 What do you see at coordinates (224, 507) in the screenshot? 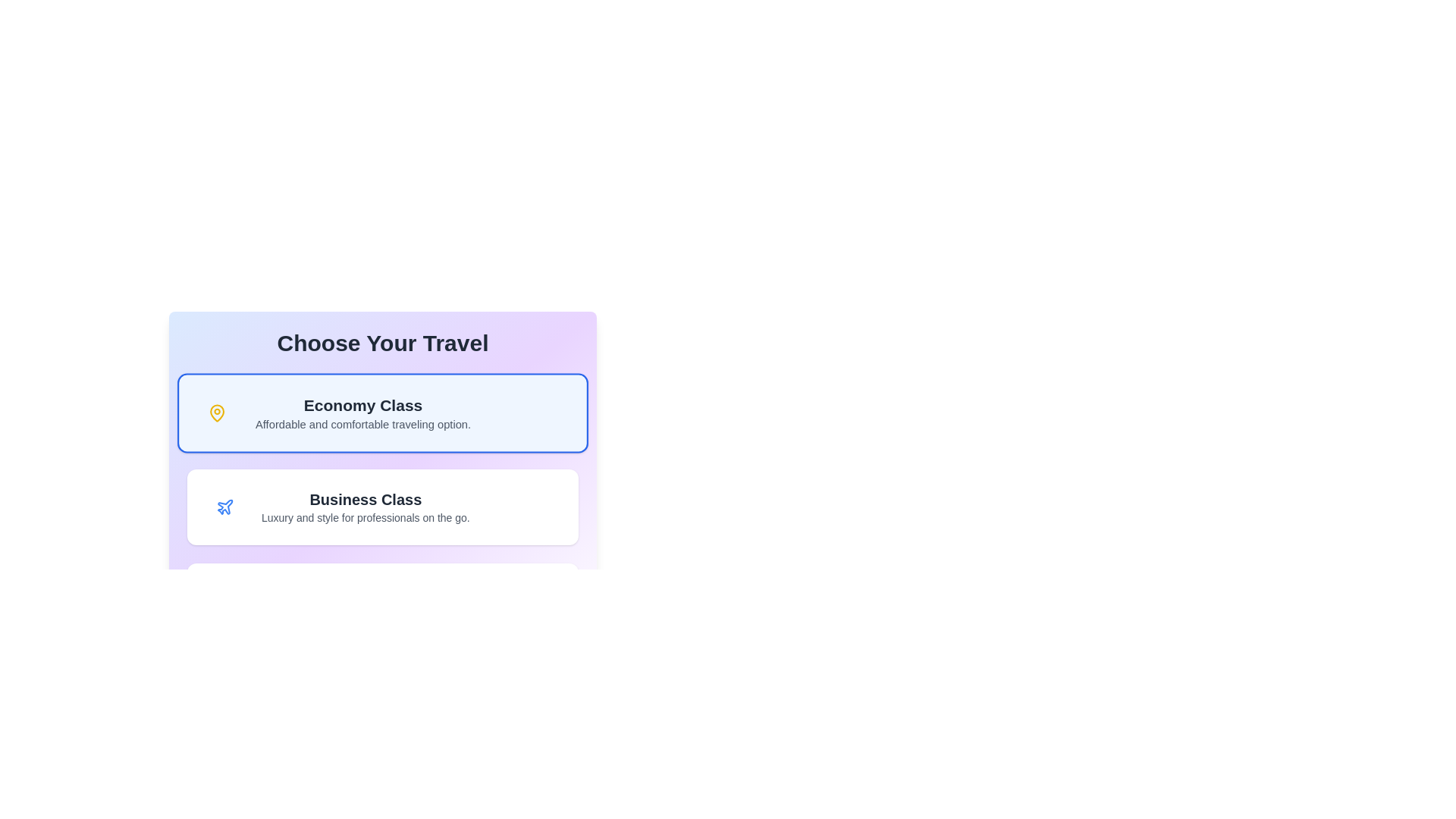
I see `the Business Class icon located in the 'Choose Your Travel' section` at bounding box center [224, 507].